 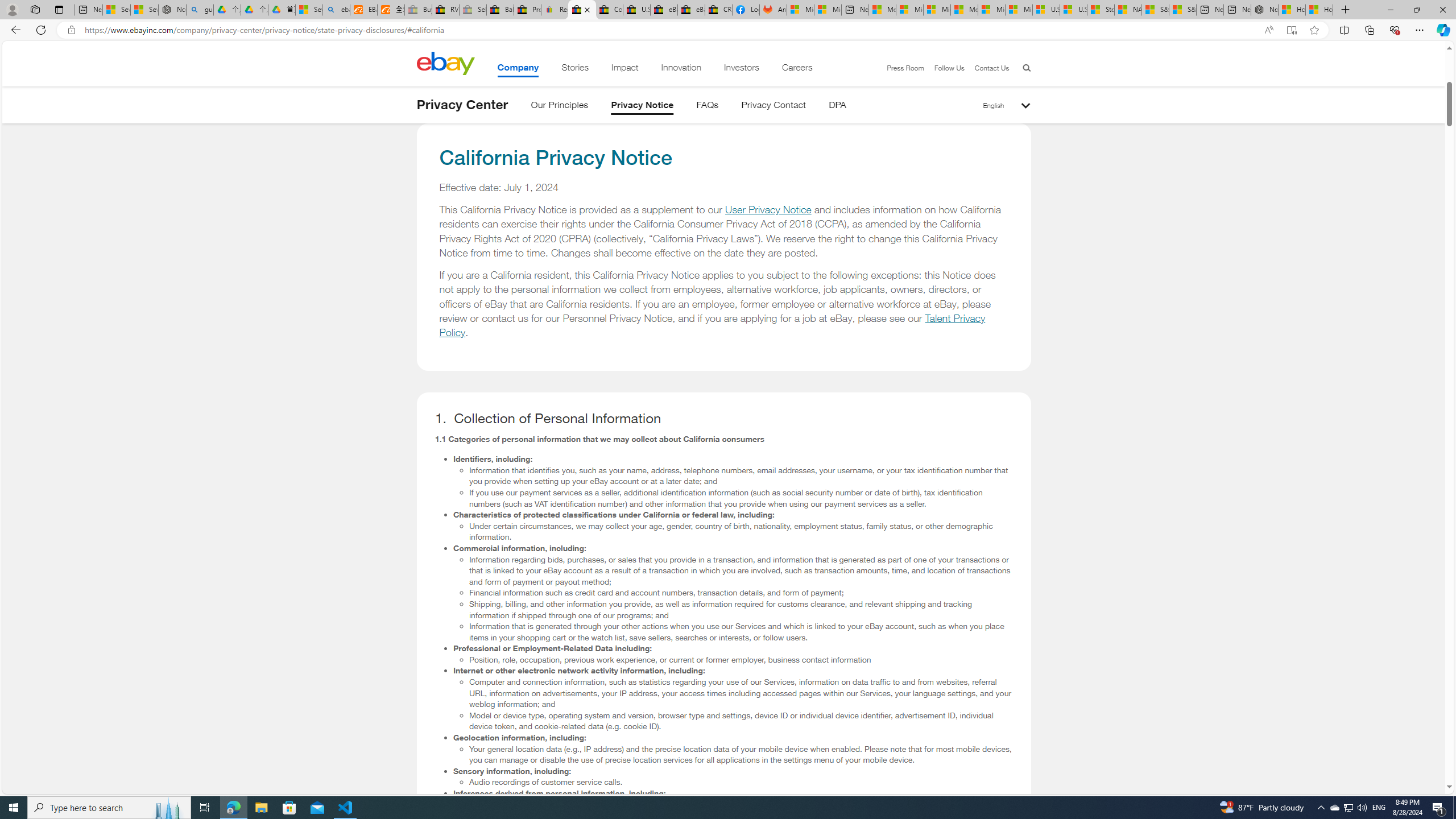 I want to click on 'Privacy Center', so click(x=461, y=104).